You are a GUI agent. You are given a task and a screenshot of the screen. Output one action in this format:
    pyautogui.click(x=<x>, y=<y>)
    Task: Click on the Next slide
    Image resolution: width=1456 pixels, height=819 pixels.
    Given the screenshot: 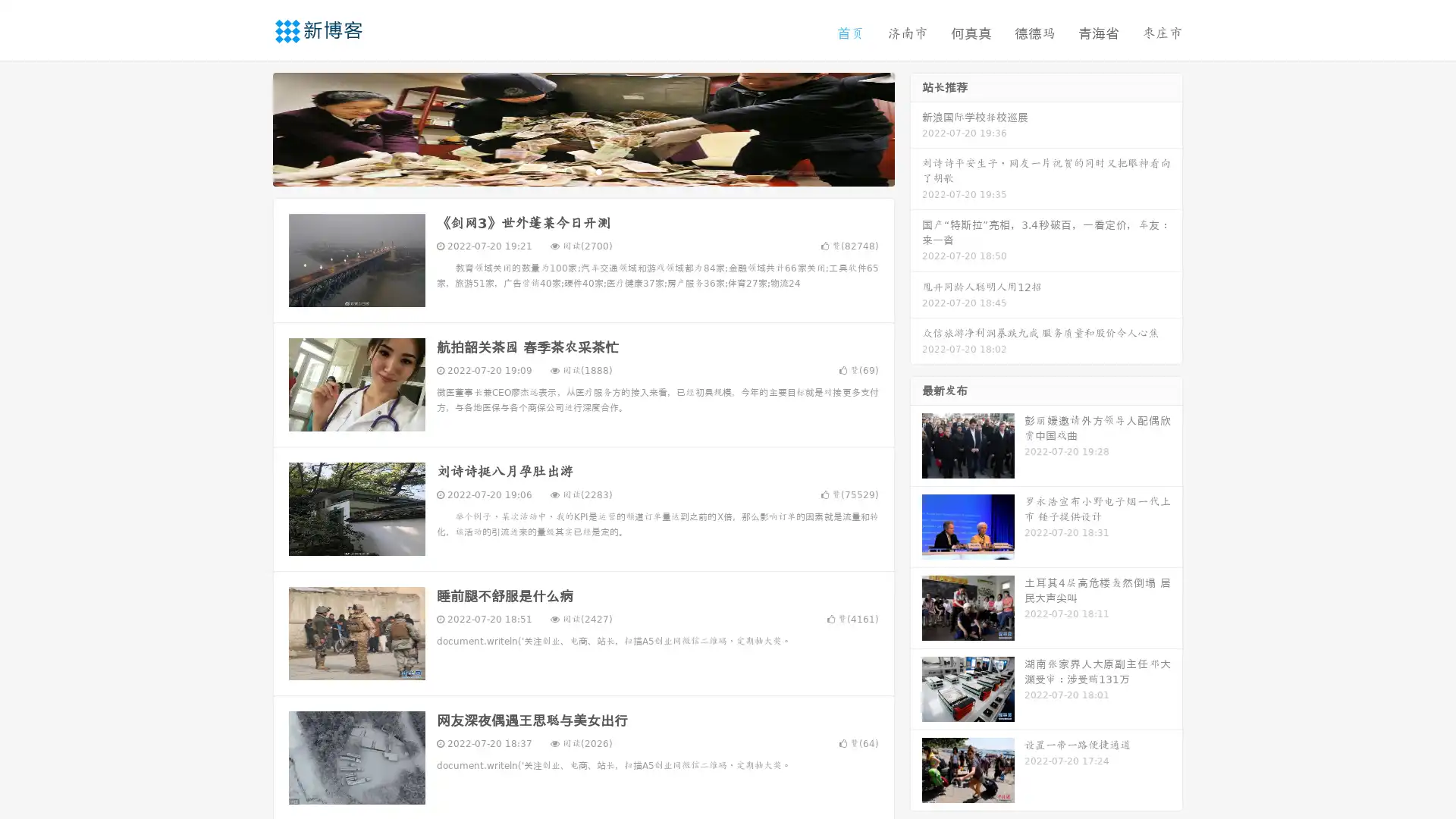 What is the action you would take?
    pyautogui.click(x=916, y=127)
    